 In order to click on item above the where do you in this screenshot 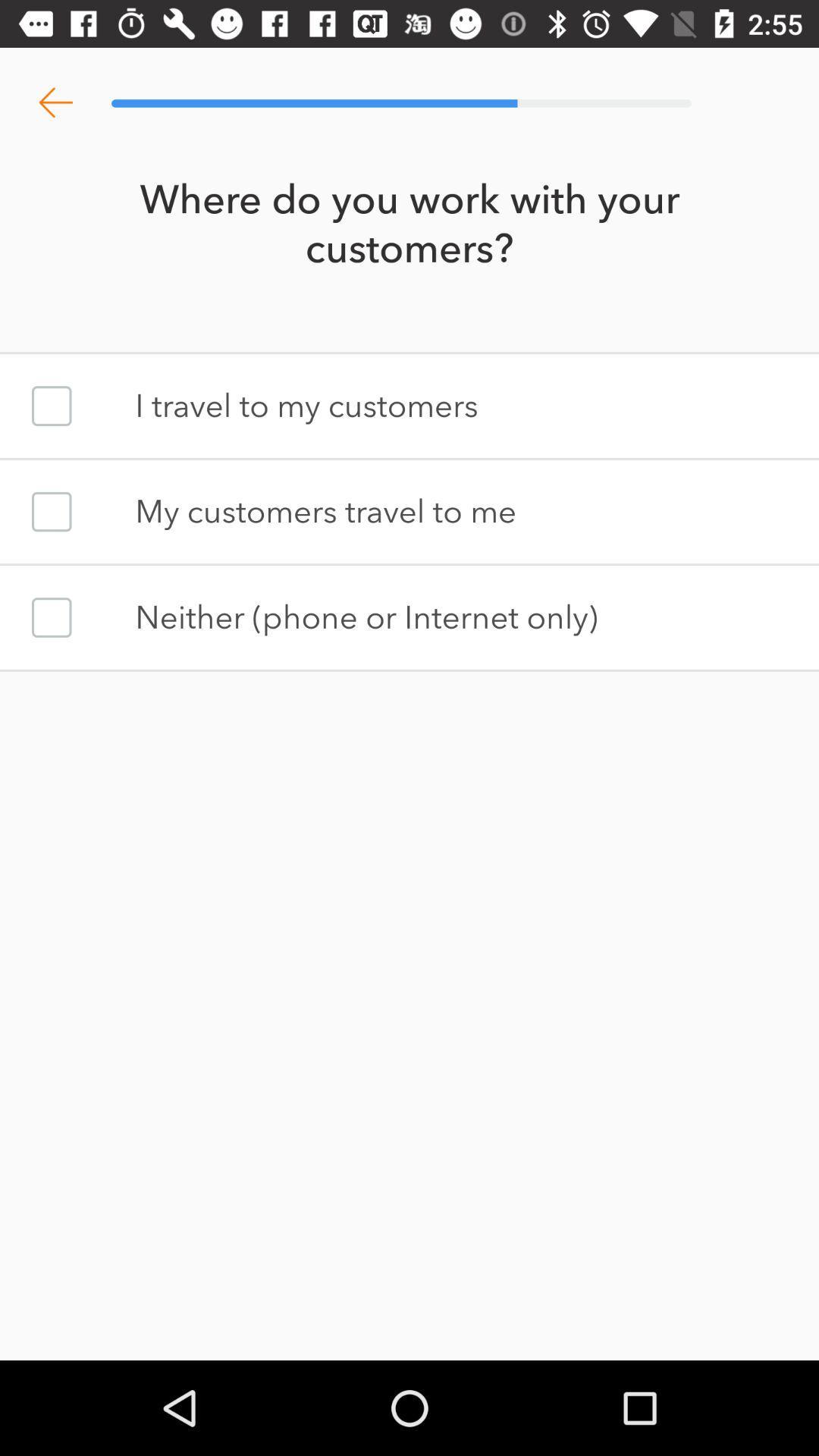, I will do `click(55, 102)`.